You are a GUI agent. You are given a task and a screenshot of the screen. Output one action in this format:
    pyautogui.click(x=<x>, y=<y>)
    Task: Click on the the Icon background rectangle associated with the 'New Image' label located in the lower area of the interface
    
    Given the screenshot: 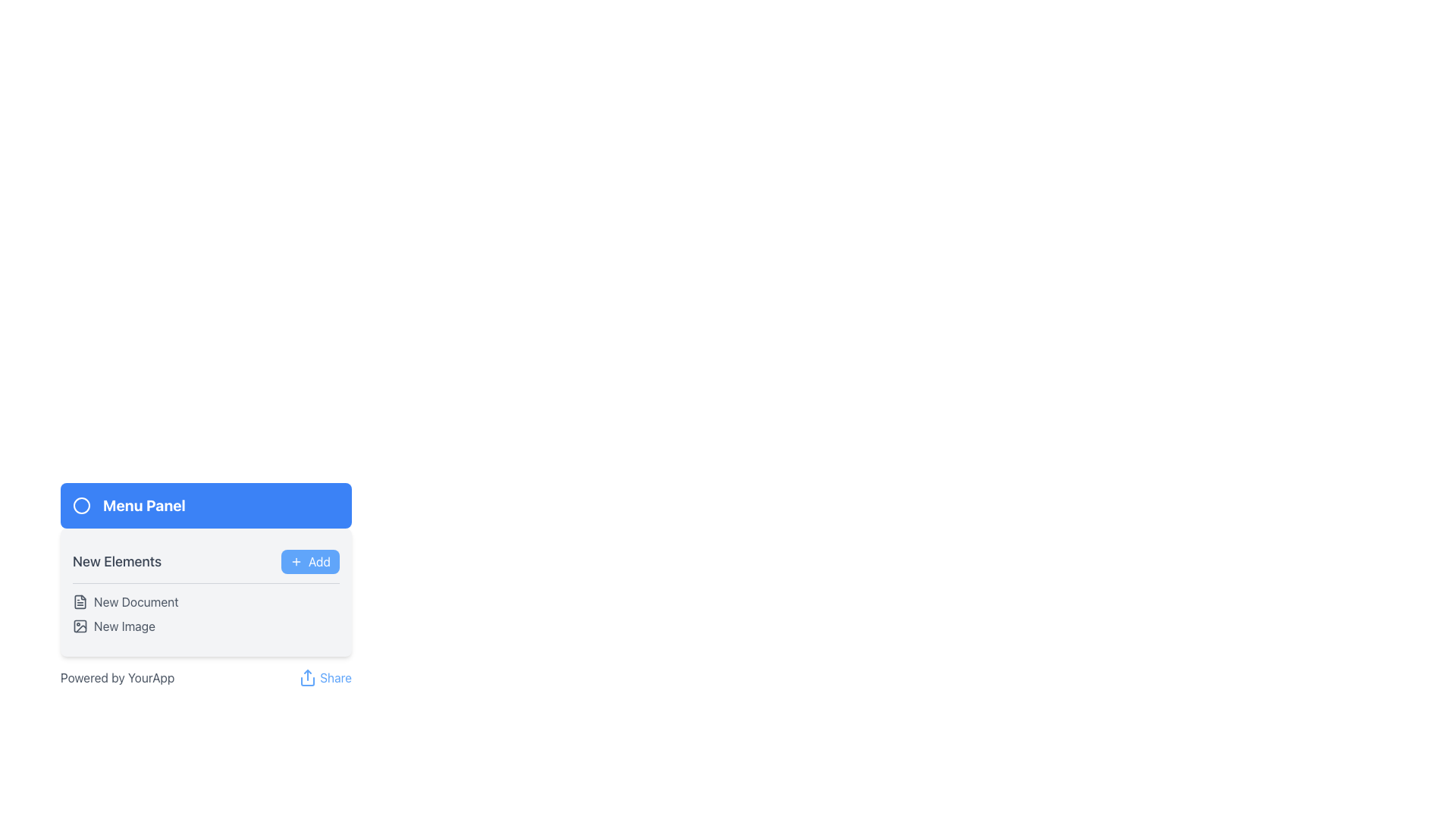 What is the action you would take?
    pyautogui.click(x=79, y=626)
    